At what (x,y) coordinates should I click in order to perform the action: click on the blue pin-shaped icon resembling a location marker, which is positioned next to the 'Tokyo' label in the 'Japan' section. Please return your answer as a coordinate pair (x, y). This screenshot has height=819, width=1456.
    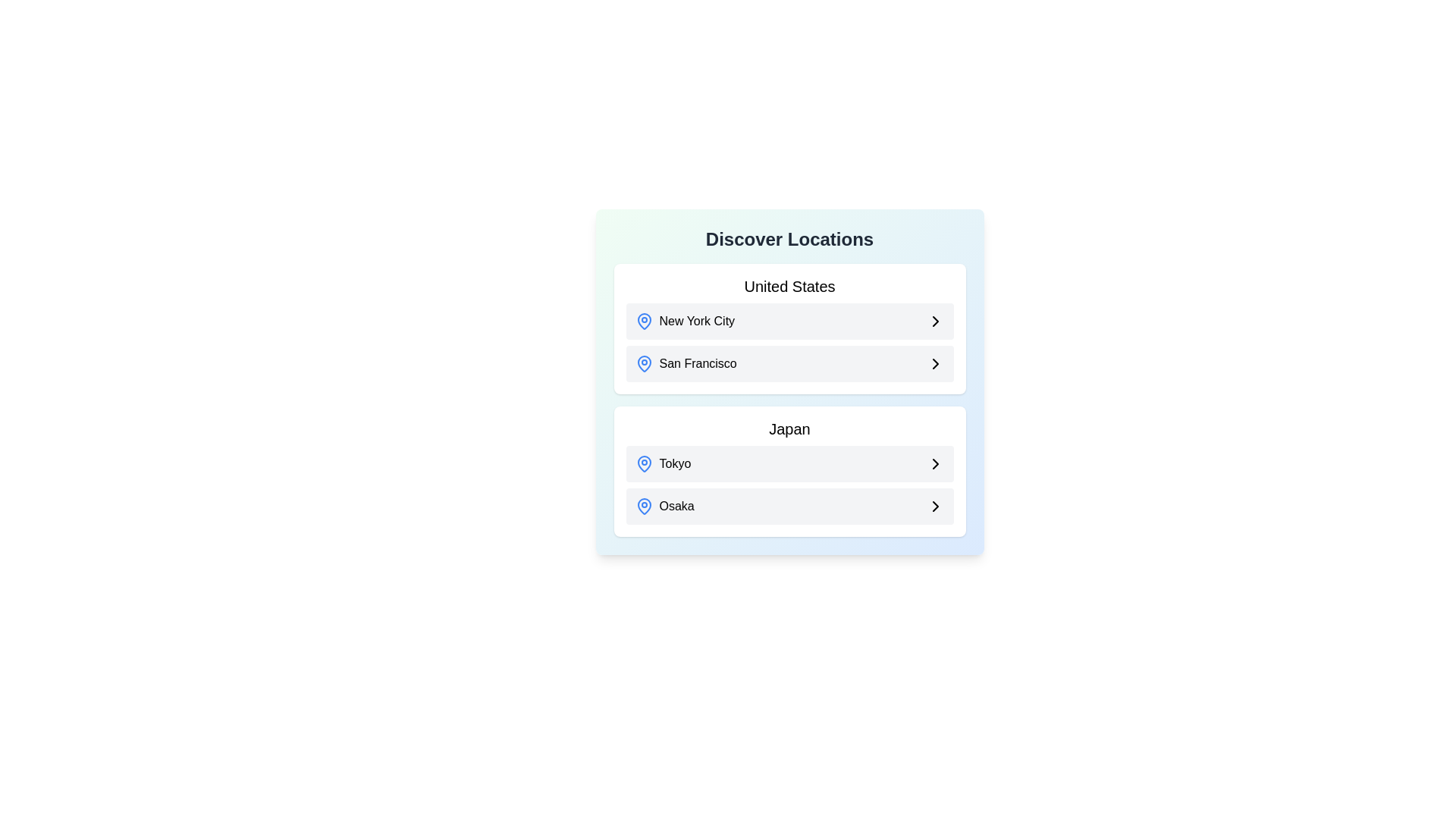
    Looking at the image, I should click on (644, 463).